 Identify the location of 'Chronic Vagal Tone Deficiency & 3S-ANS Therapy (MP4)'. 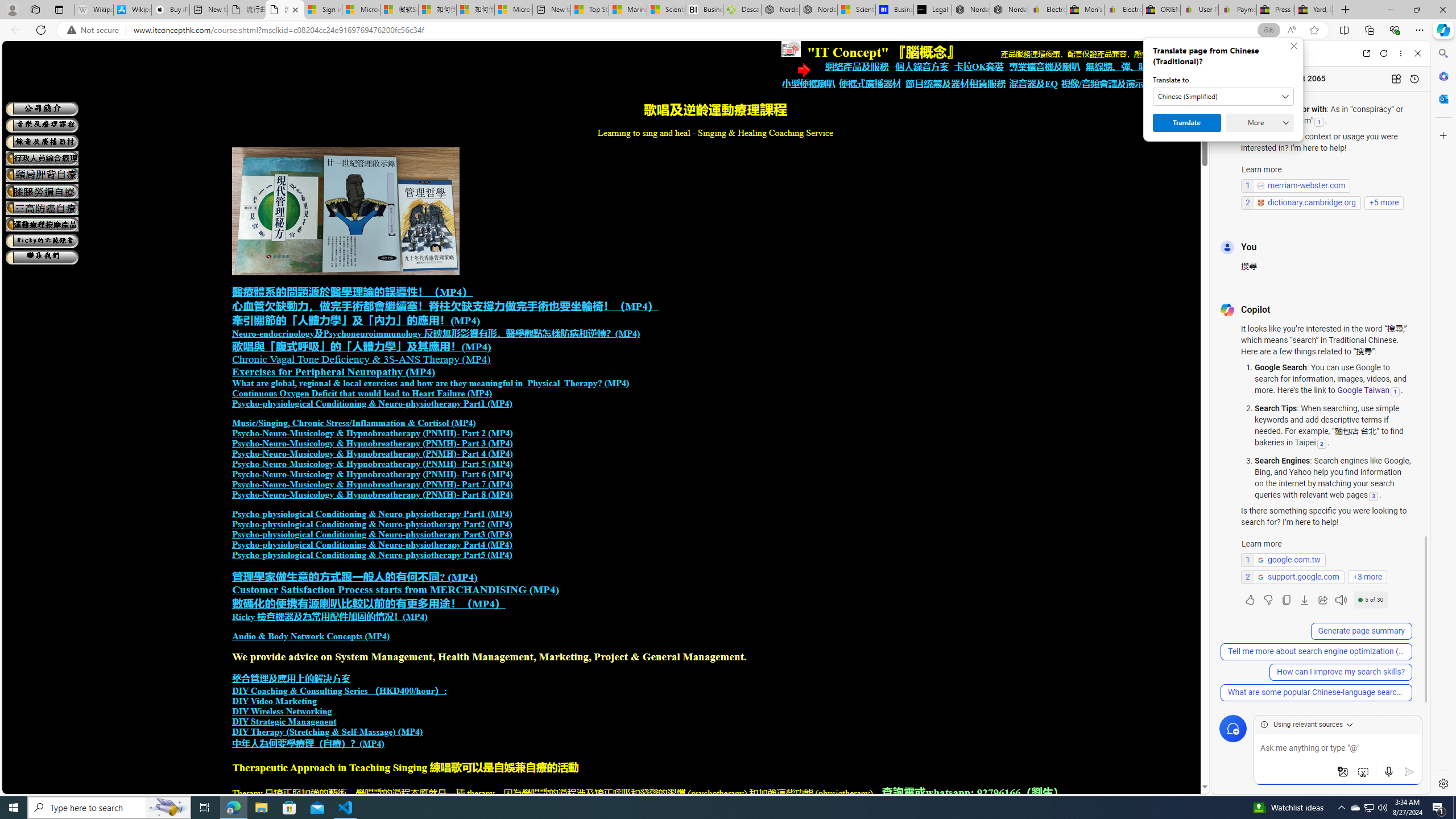
(360, 359).